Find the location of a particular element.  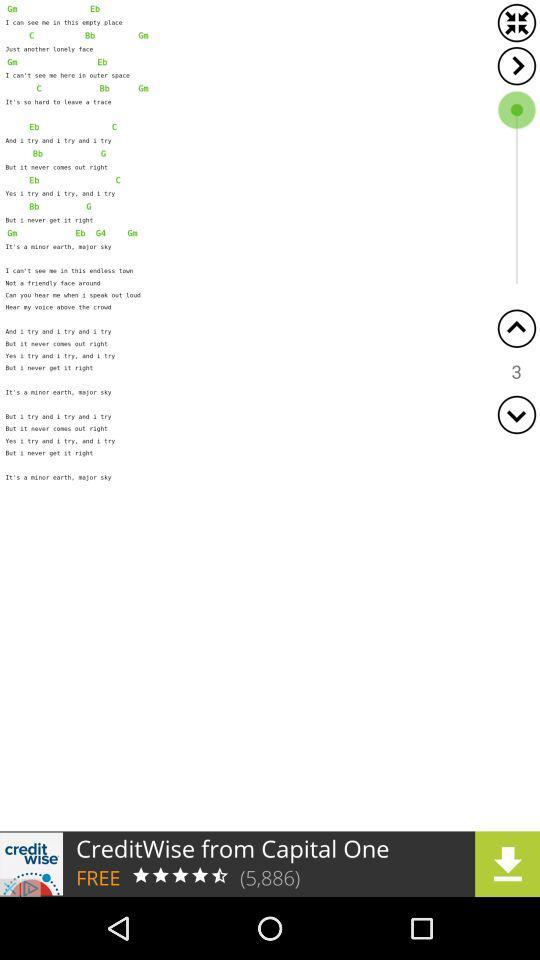

the expand_less icon is located at coordinates (516, 328).